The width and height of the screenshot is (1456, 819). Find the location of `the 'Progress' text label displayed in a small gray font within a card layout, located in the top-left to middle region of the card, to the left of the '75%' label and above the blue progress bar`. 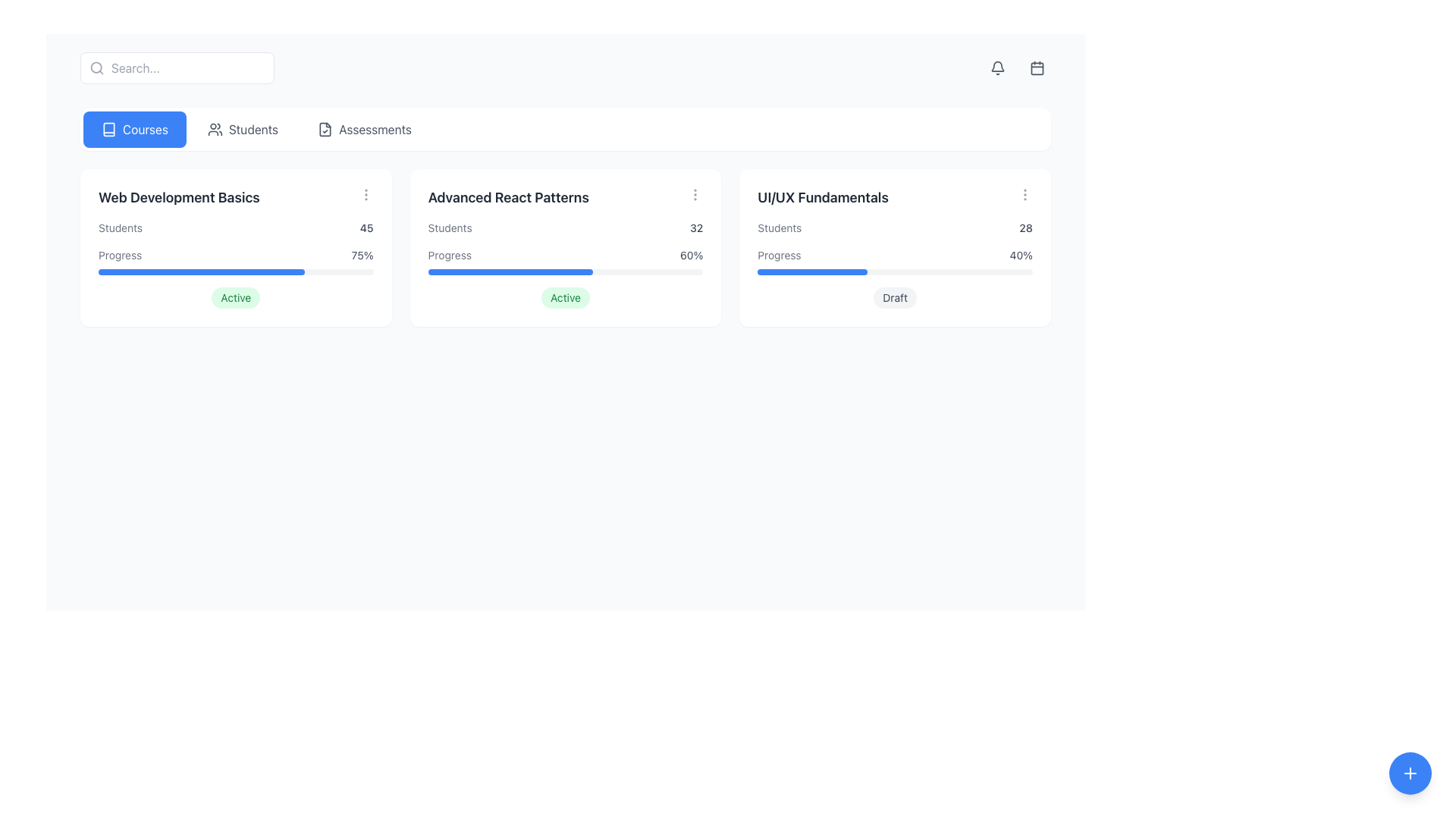

the 'Progress' text label displayed in a small gray font within a card layout, located in the top-left to middle region of the card, to the left of the '75%' label and above the blue progress bar is located at coordinates (119, 254).